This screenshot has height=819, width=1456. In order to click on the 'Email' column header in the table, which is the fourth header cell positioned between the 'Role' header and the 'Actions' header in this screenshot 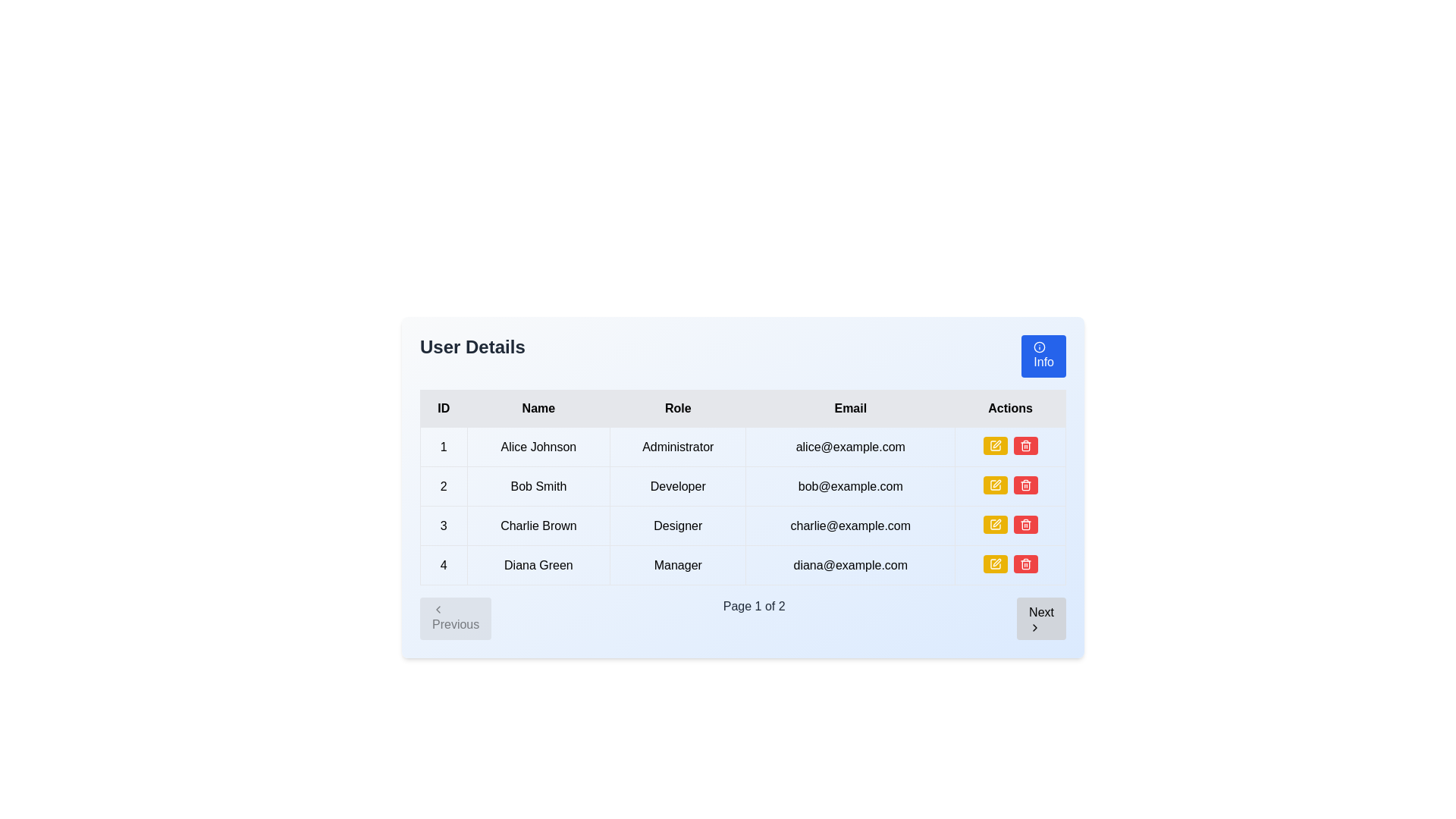, I will do `click(850, 408)`.